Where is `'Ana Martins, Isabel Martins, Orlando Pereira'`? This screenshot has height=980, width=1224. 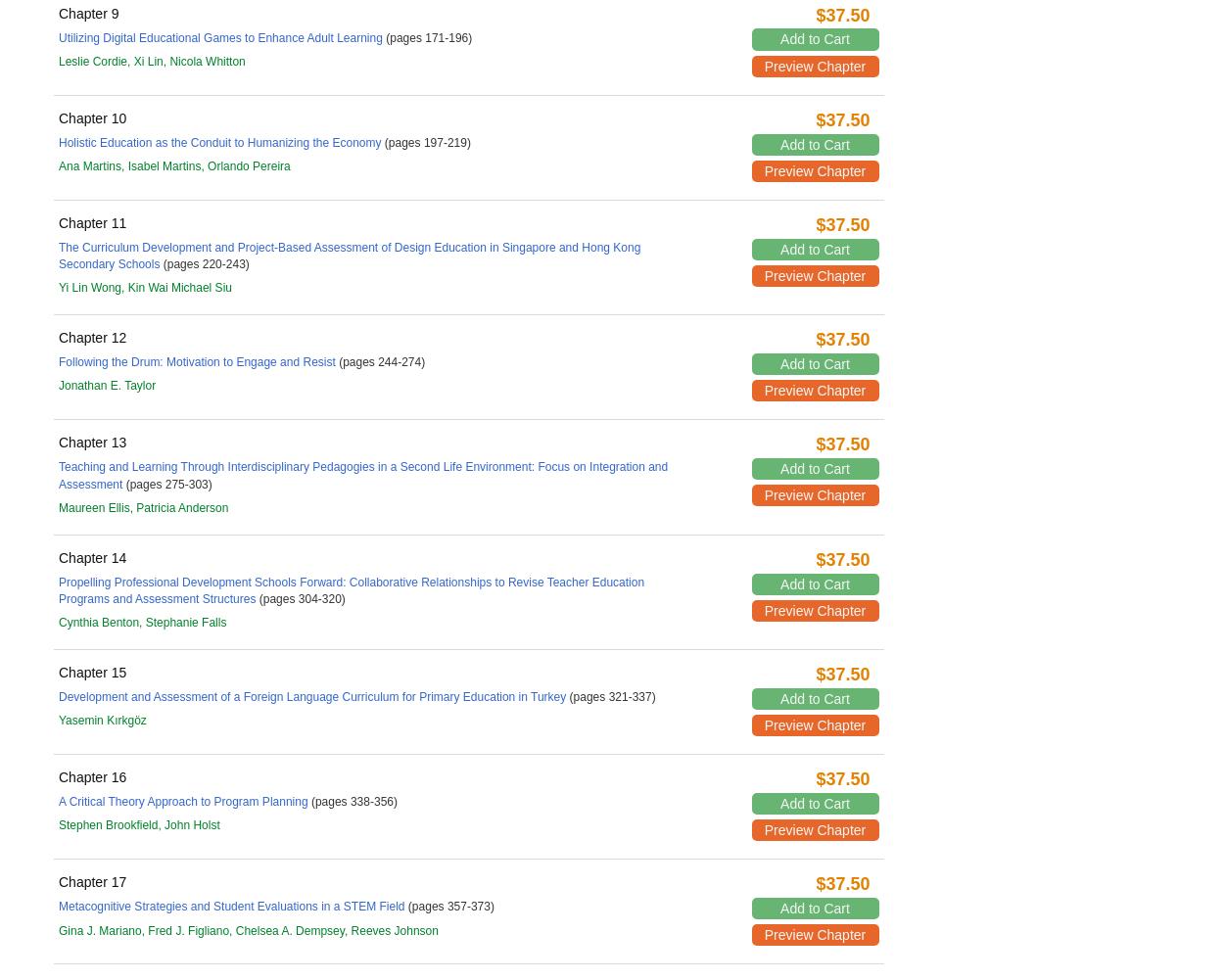
'Ana Martins, Isabel Martins, Orlando Pereira' is located at coordinates (174, 164).